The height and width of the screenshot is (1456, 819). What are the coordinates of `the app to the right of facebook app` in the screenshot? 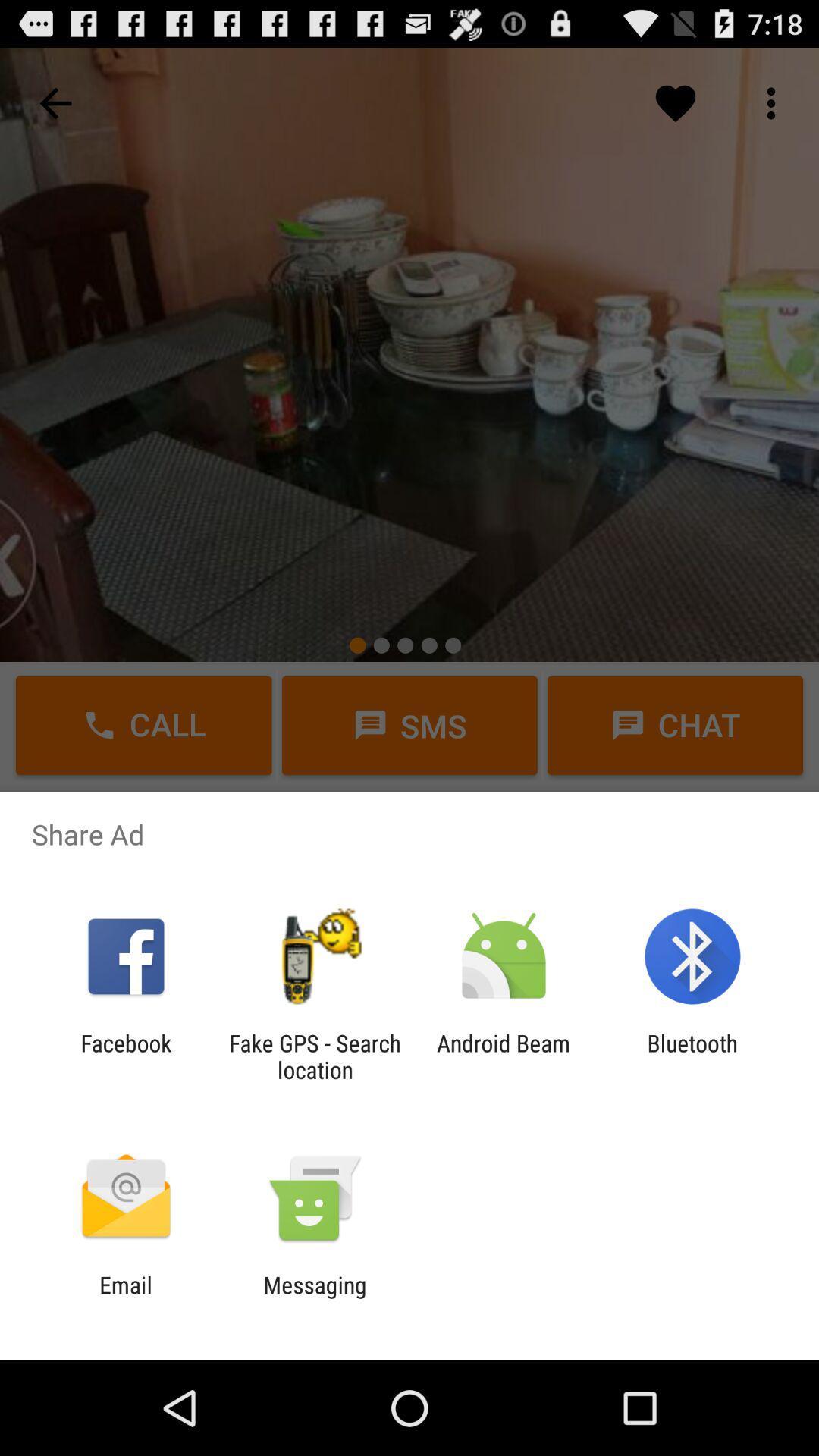 It's located at (314, 1056).